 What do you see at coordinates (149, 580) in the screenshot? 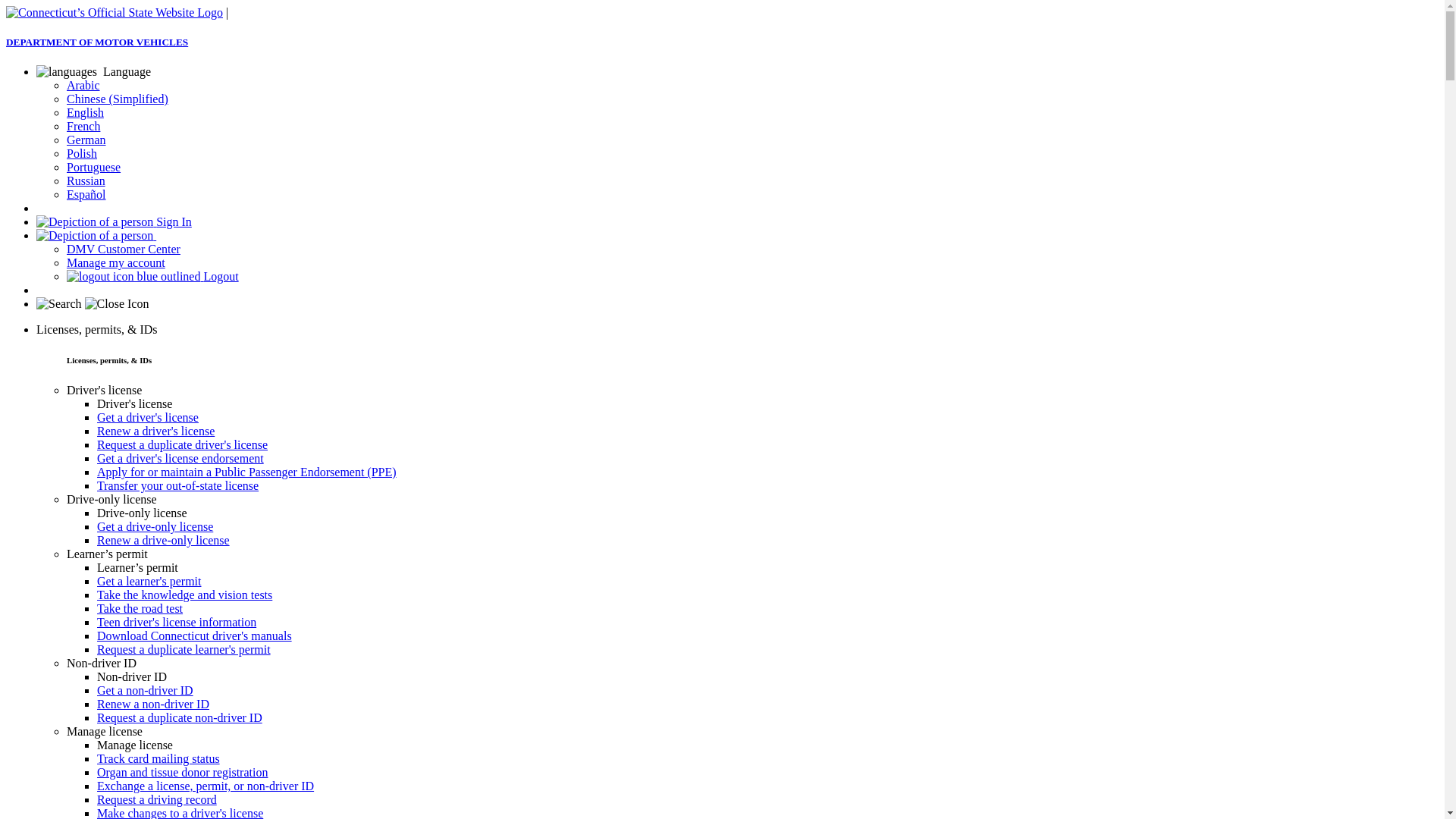
I see `'Get a learner's permit'` at bounding box center [149, 580].